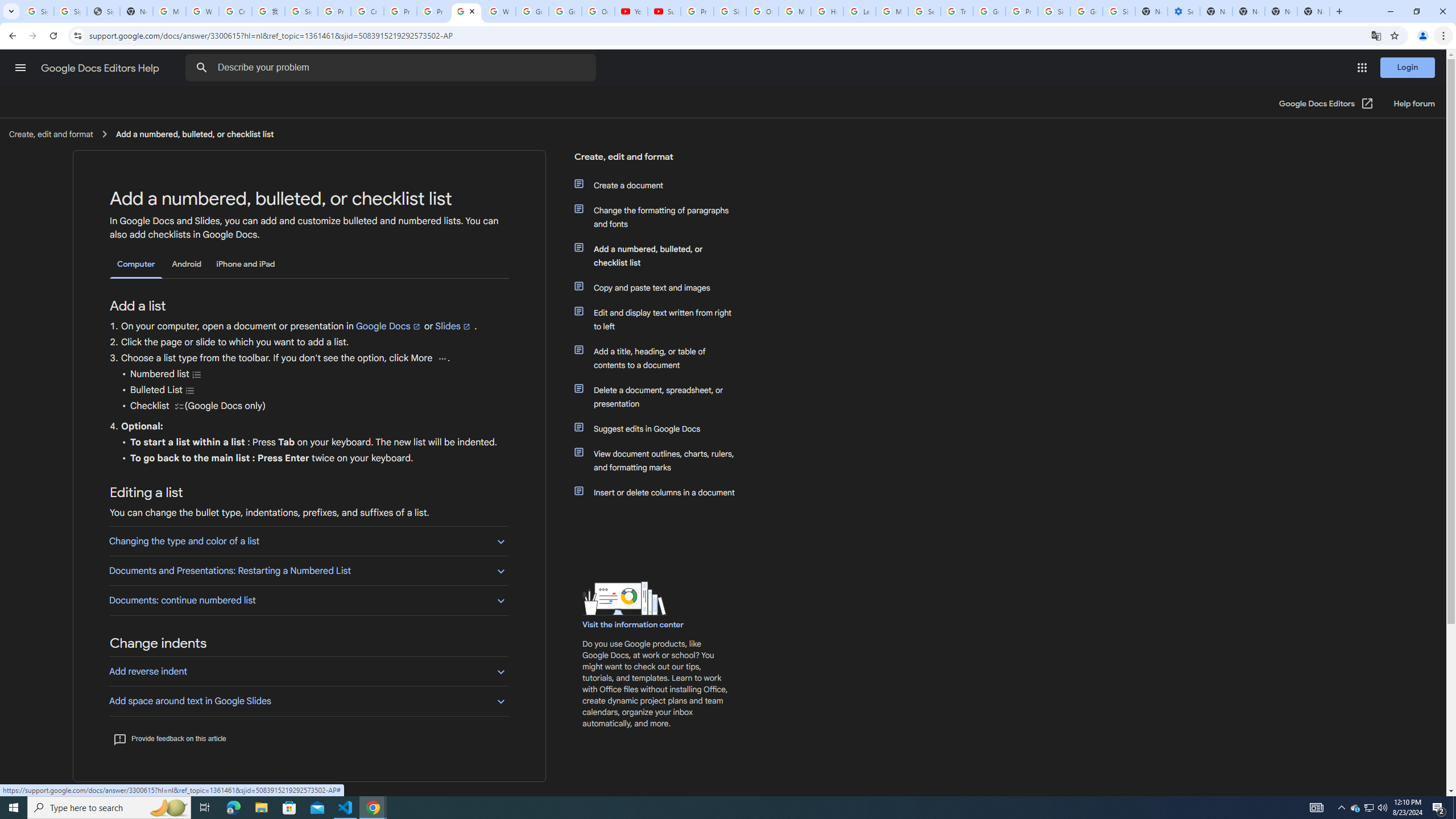 The height and width of the screenshot is (819, 1456). I want to click on 'Create your Google Account', so click(367, 11).